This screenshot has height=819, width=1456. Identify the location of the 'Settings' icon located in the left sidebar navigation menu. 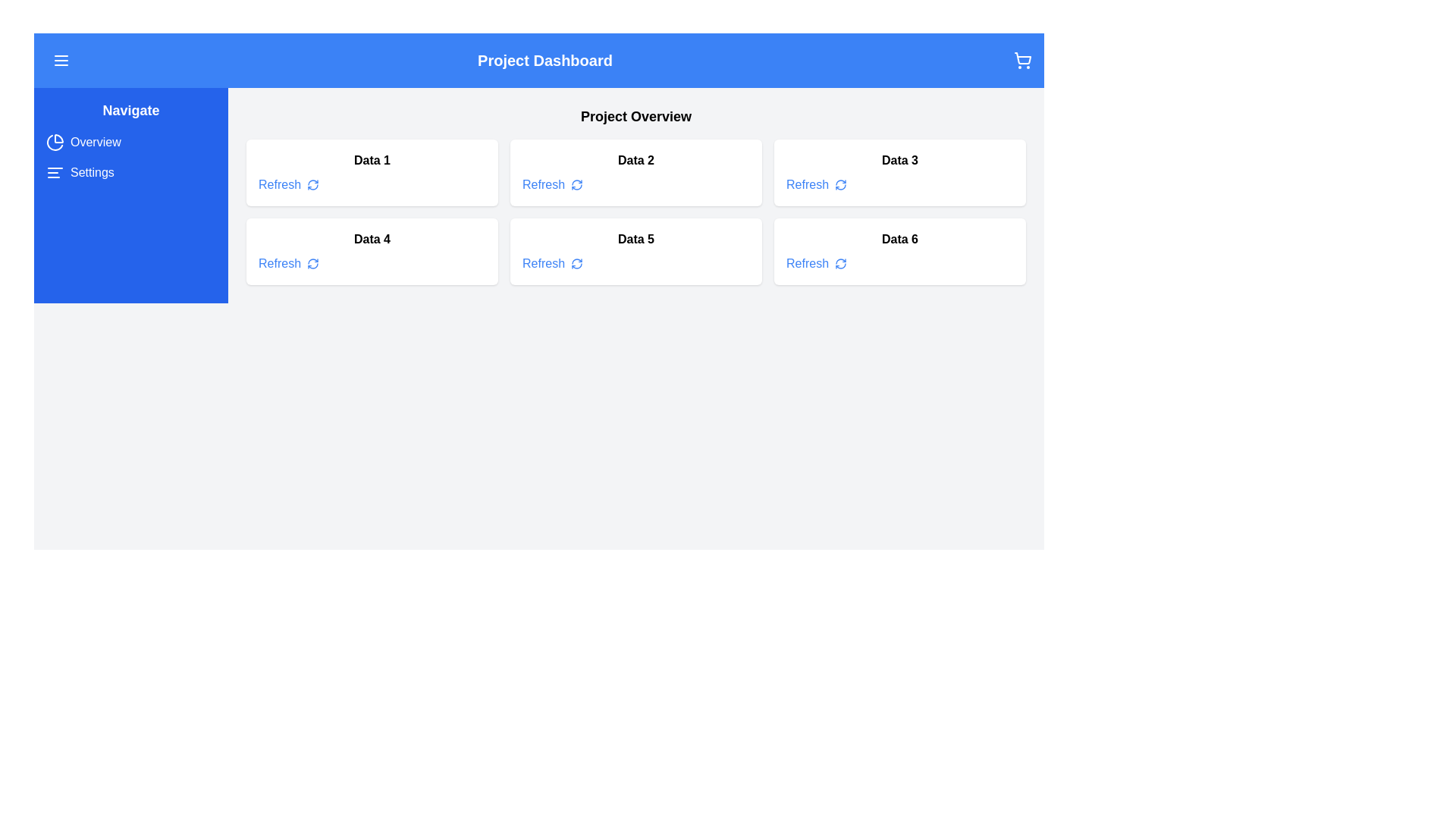
(55, 171).